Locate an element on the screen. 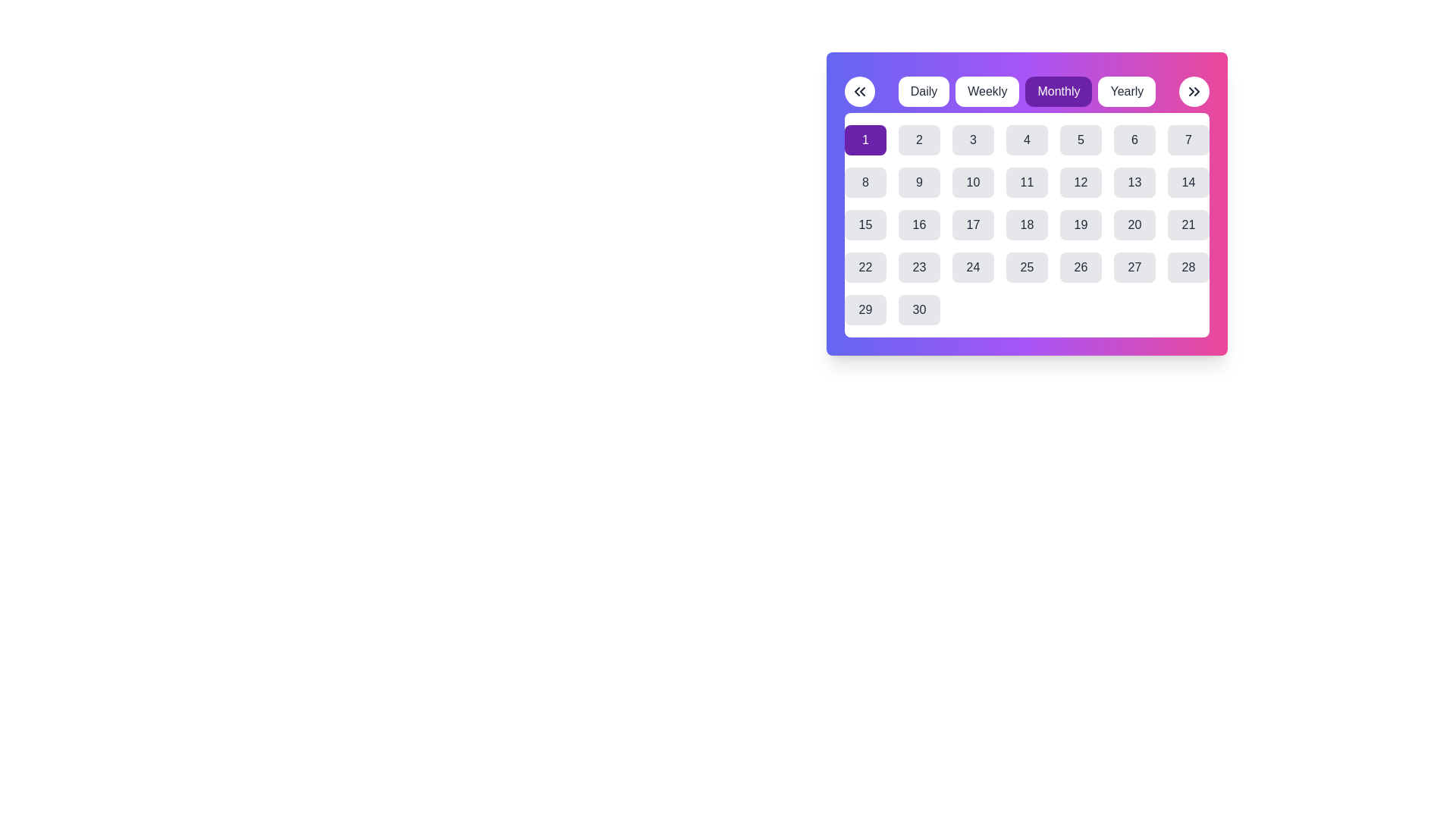 This screenshot has height=819, width=1456. the rounded rectangular button with a light gray background and the text '14' in black is located at coordinates (1188, 181).